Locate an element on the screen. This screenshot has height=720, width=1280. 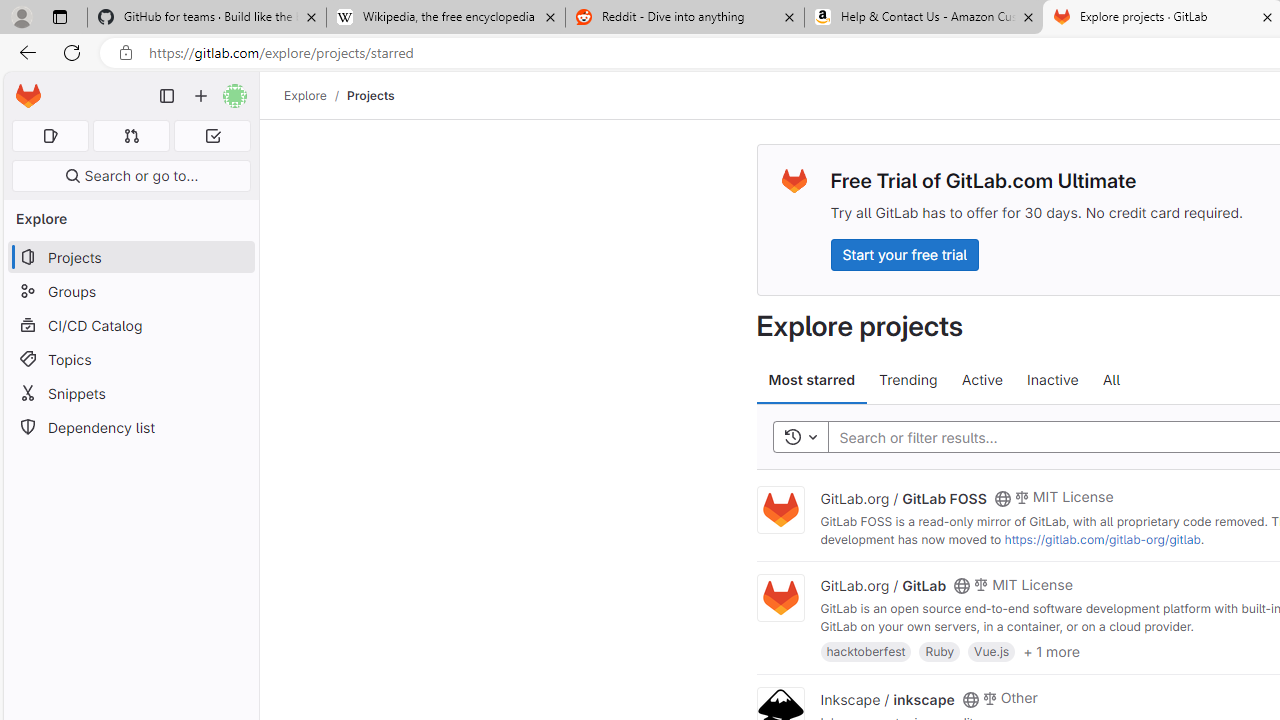
'CI/CD Catalog' is located at coordinates (130, 324).